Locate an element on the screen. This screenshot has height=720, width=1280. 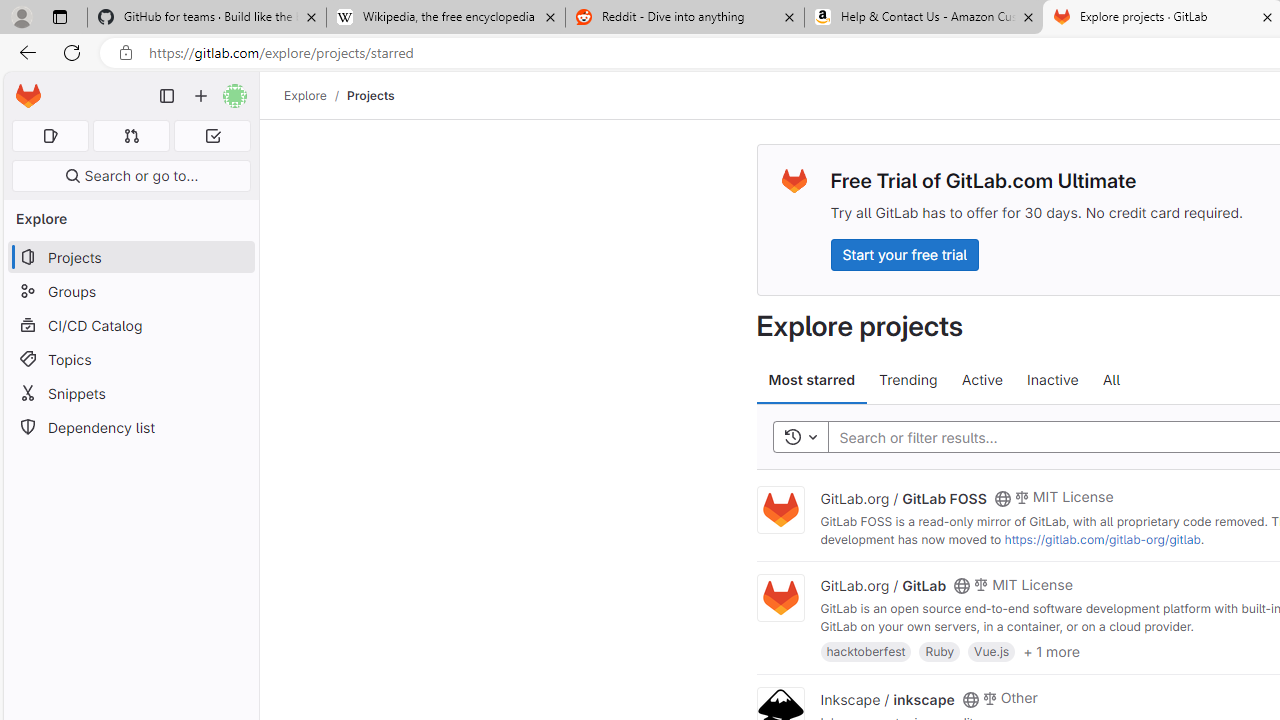
'CI/CD Catalog' is located at coordinates (130, 324).